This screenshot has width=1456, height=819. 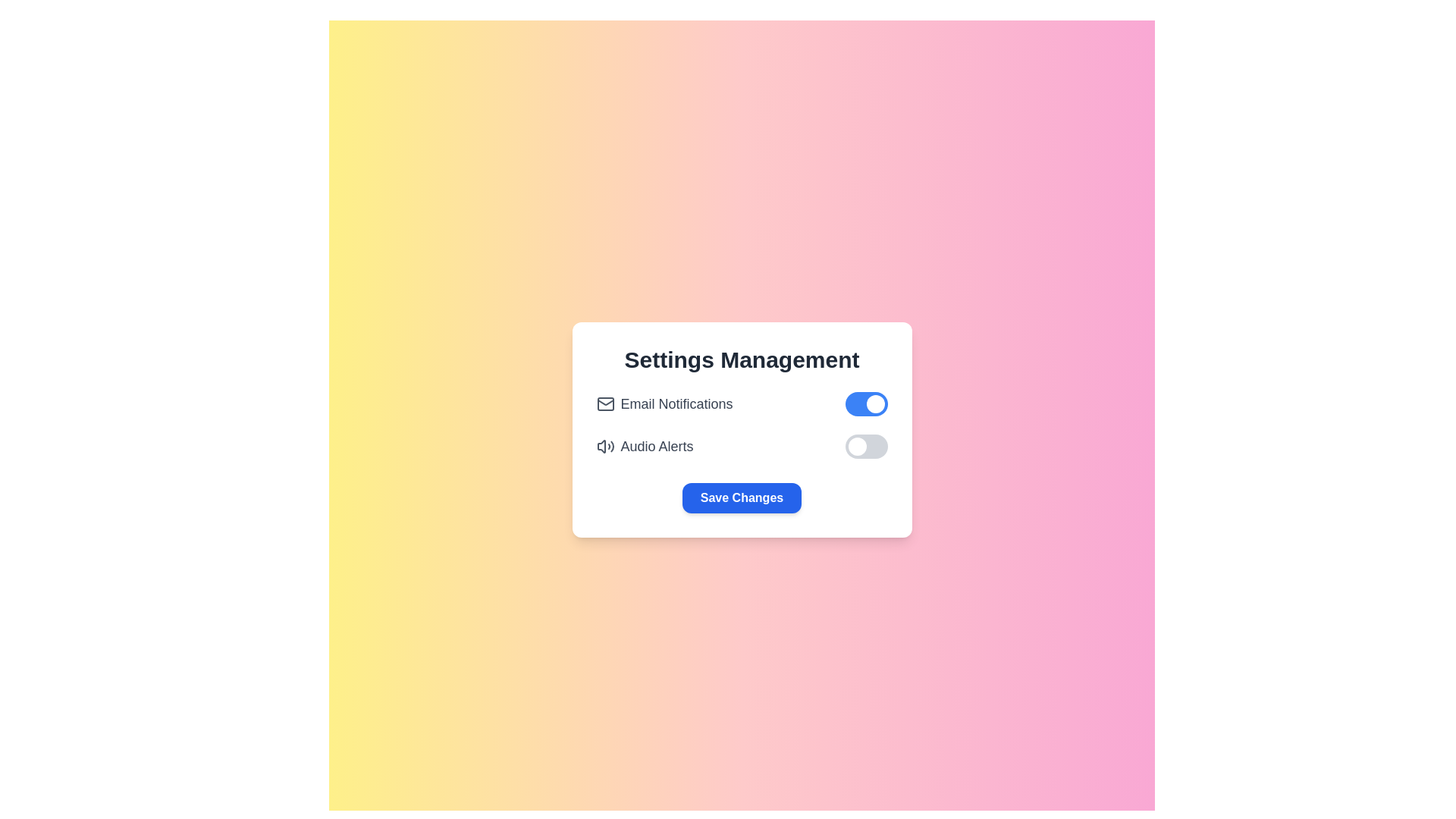 I want to click on the icons within the Grouped control panel with toggle switches for more details about email notifications and audio alerts, so click(x=742, y=425).